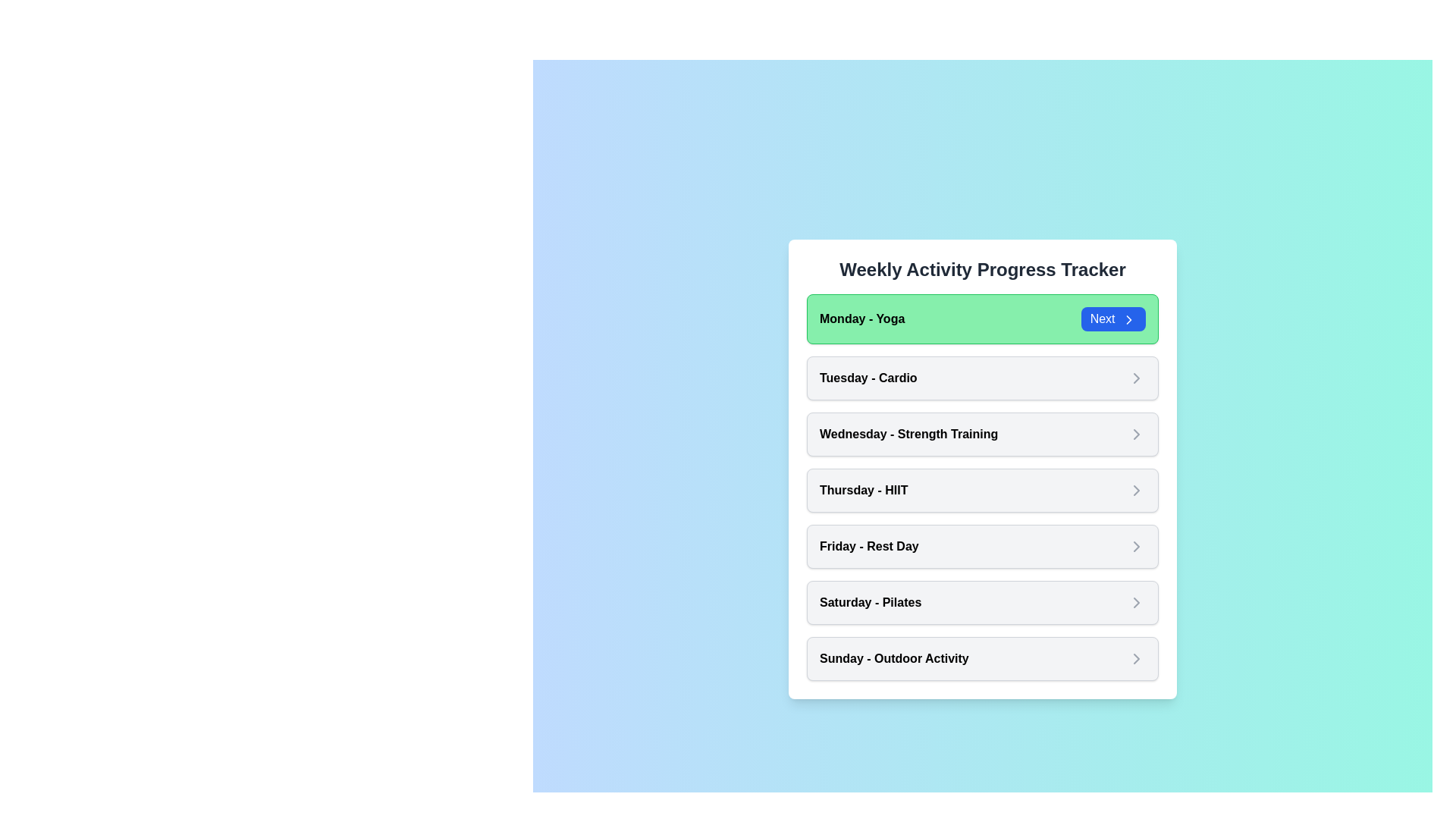 The width and height of the screenshot is (1456, 819). I want to click on the right-facing chevron icon indicating forward navigation for the 'Saturday - Pilates' item, so click(1136, 601).